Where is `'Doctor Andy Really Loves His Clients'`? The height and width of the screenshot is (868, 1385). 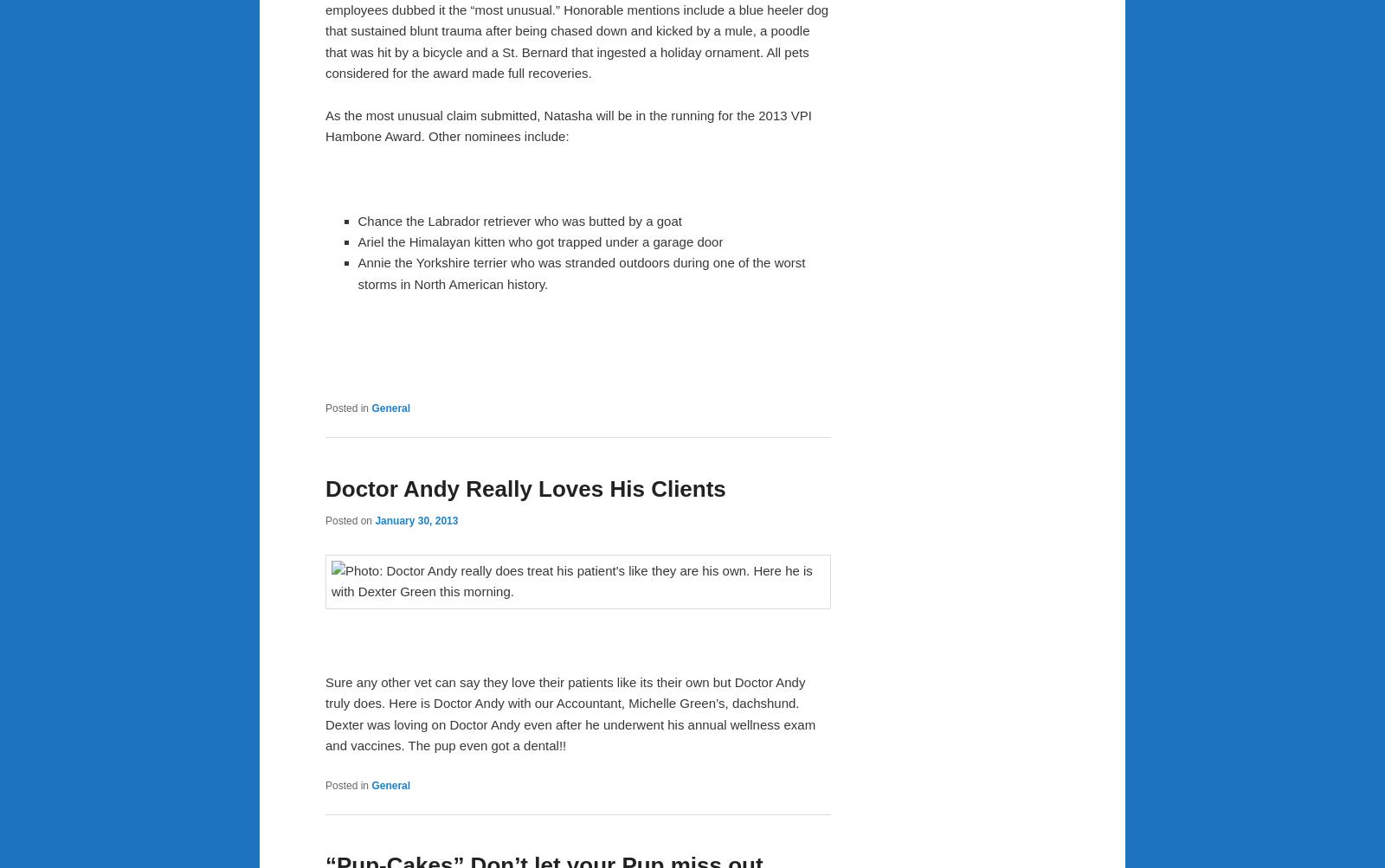 'Doctor Andy Really Loves His Clients' is located at coordinates (525, 486).